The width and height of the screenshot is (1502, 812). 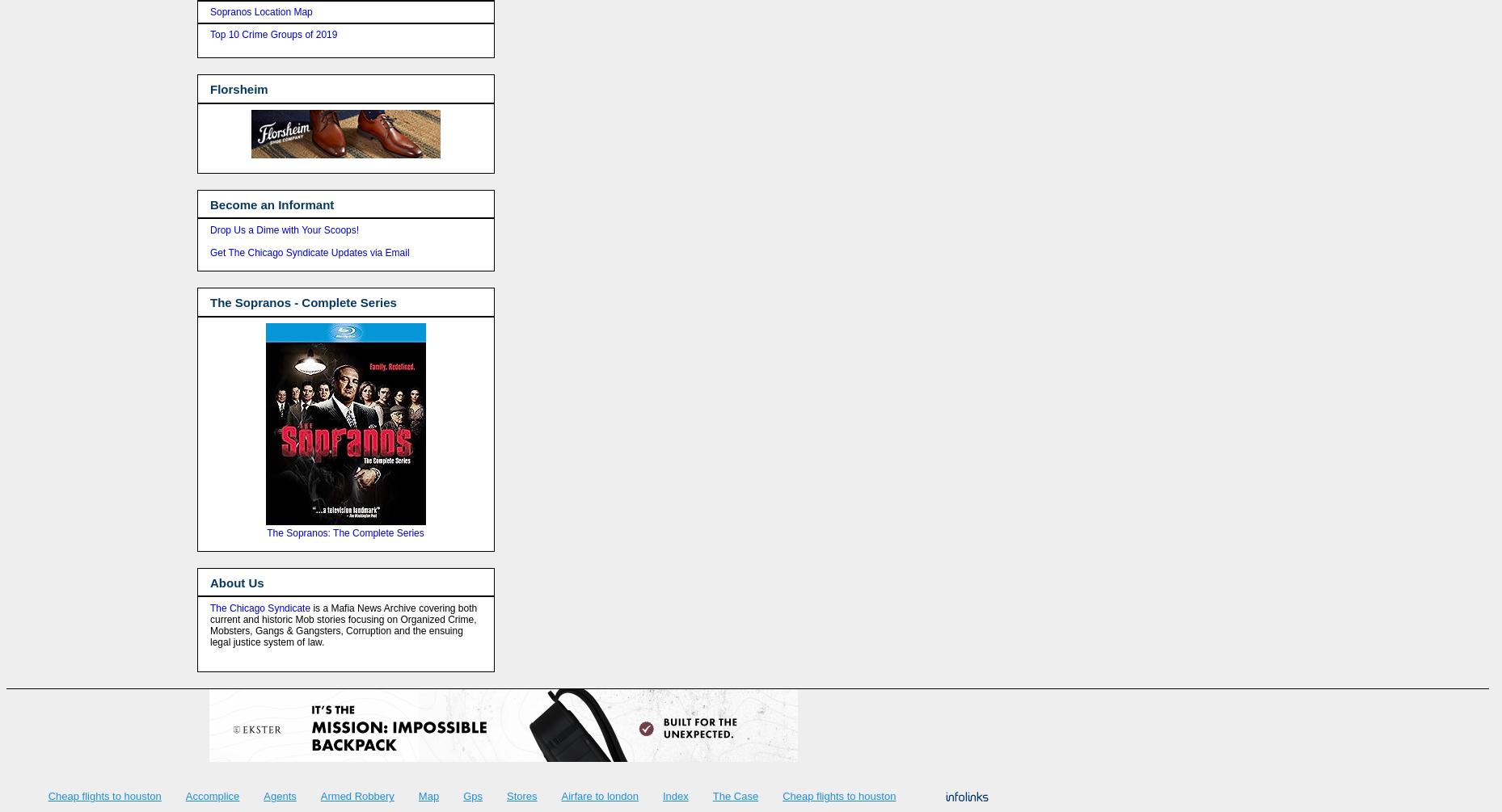 I want to click on 'About Us', so click(x=209, y=582).